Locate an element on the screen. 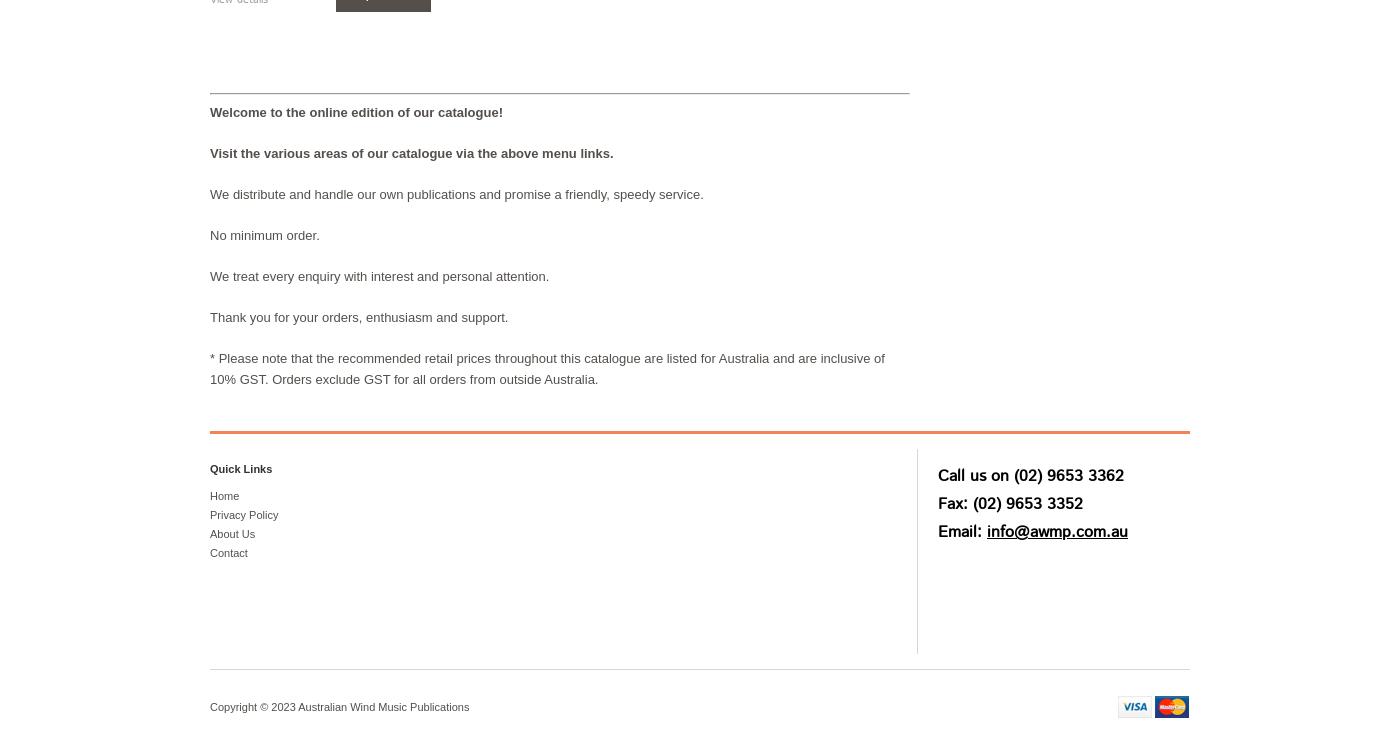 This screenshot has width=1400, height=743. 'About Us' is located at coordinates (231, 533).